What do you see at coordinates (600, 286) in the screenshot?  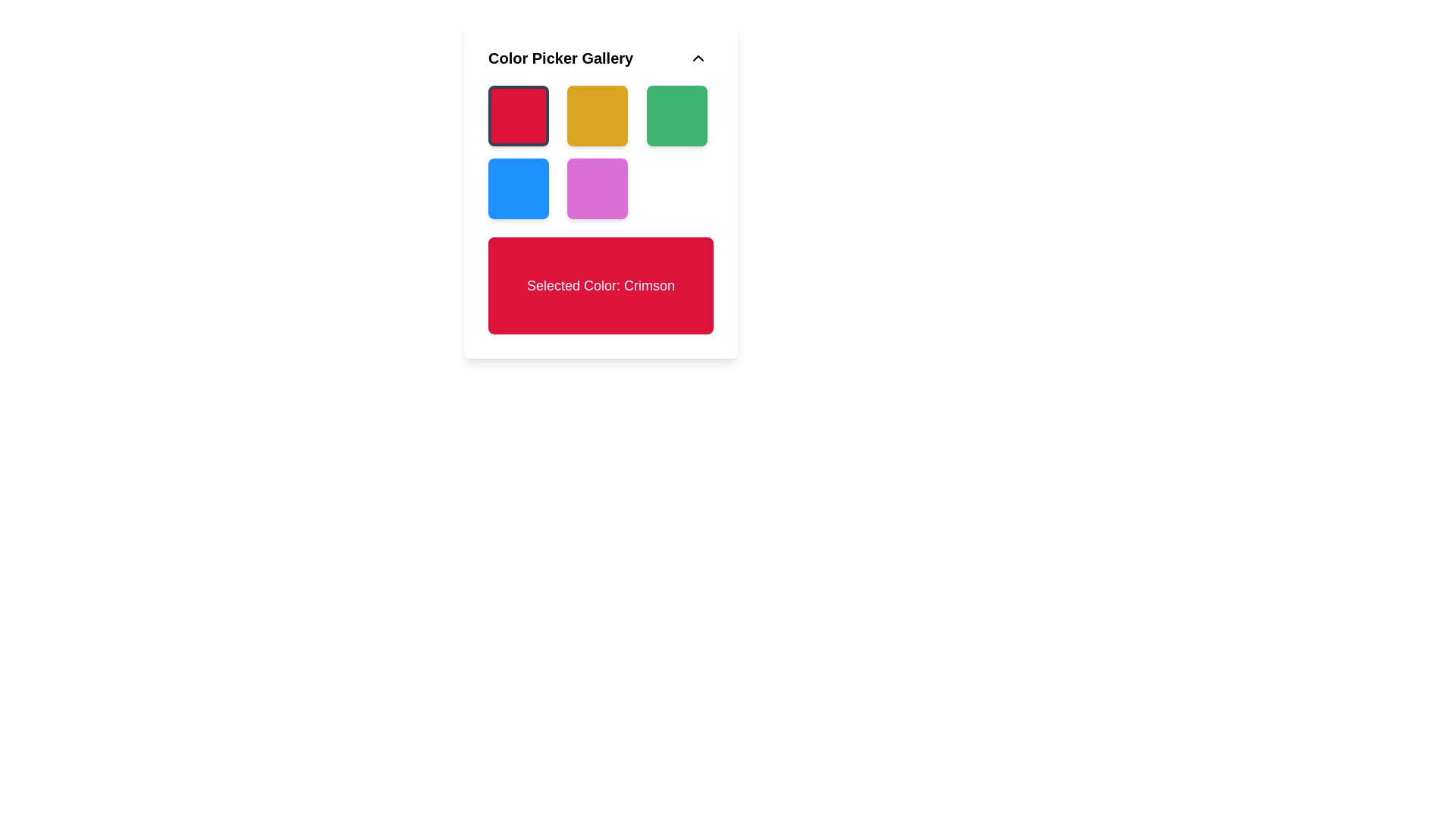 I see `the text label that displays 'Selected Color: Crimson' with a white font on a crimson red background, located below the color picker grid` at bounding box center [600, 286].